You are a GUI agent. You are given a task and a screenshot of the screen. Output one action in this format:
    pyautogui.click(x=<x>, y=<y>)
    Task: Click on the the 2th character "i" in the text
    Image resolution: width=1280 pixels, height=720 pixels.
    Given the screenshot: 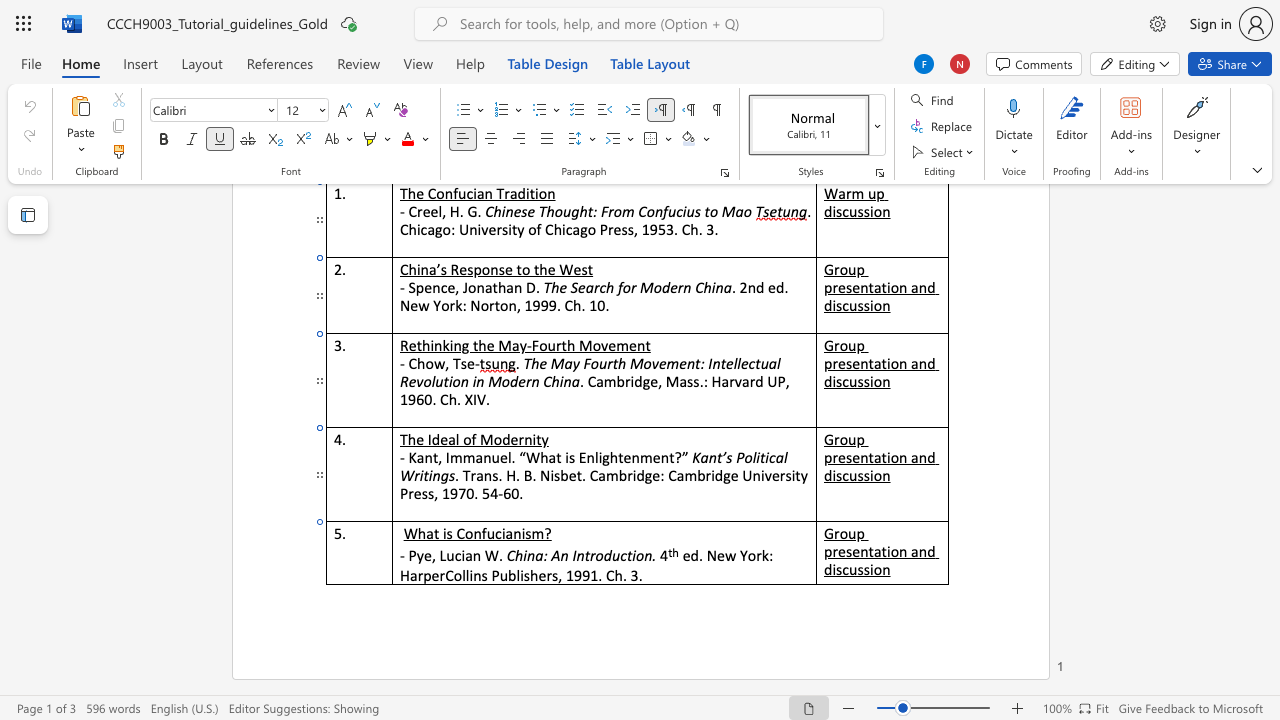 What is the action you would take?
    pyautogui.click(x=599, y=457)
    